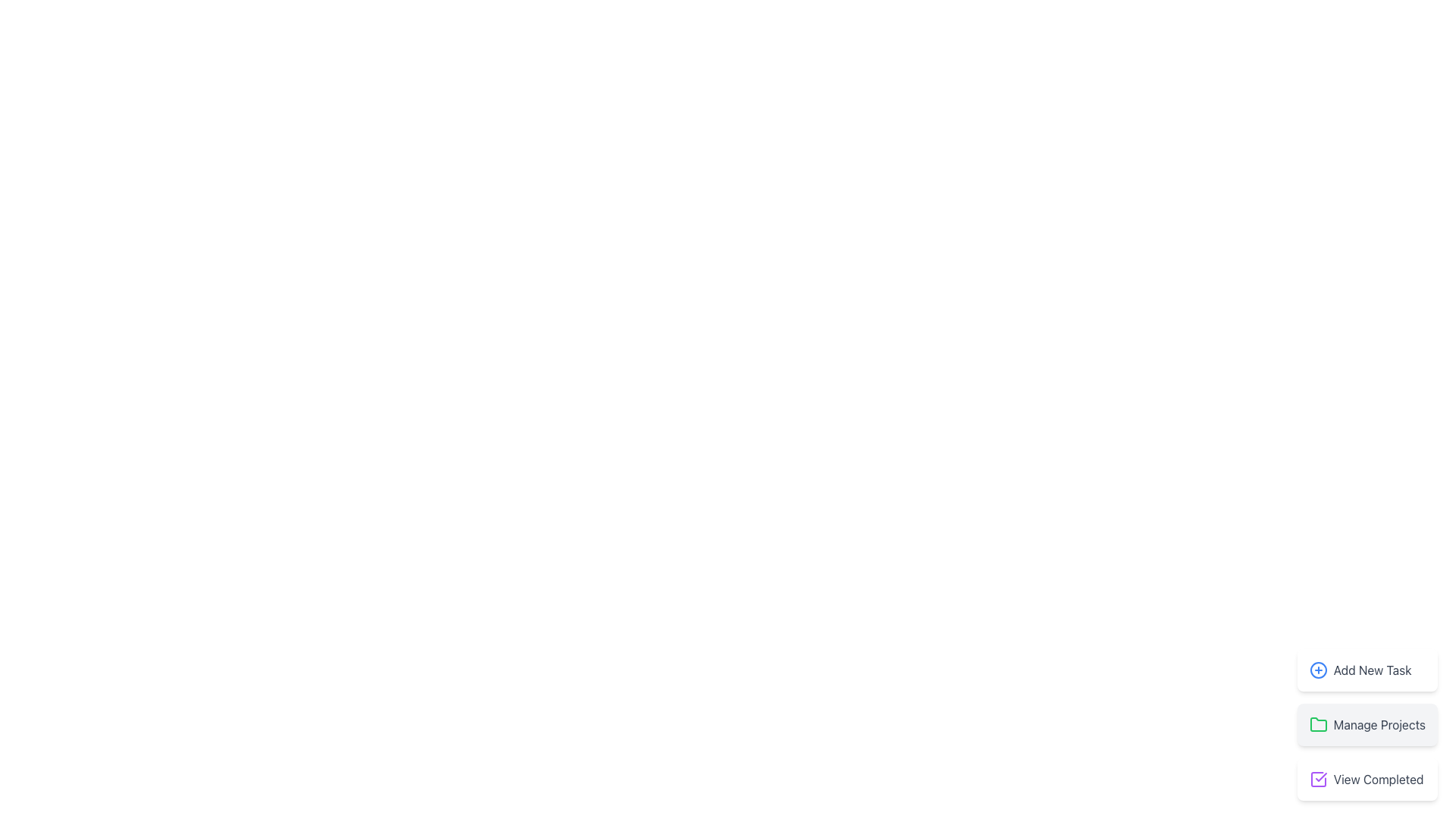  Describe the element at coordinates (1317, 669) in the screenshot. I see `the Icon Button that is located to the left of the text 'Add New Task' in the application` at that location.